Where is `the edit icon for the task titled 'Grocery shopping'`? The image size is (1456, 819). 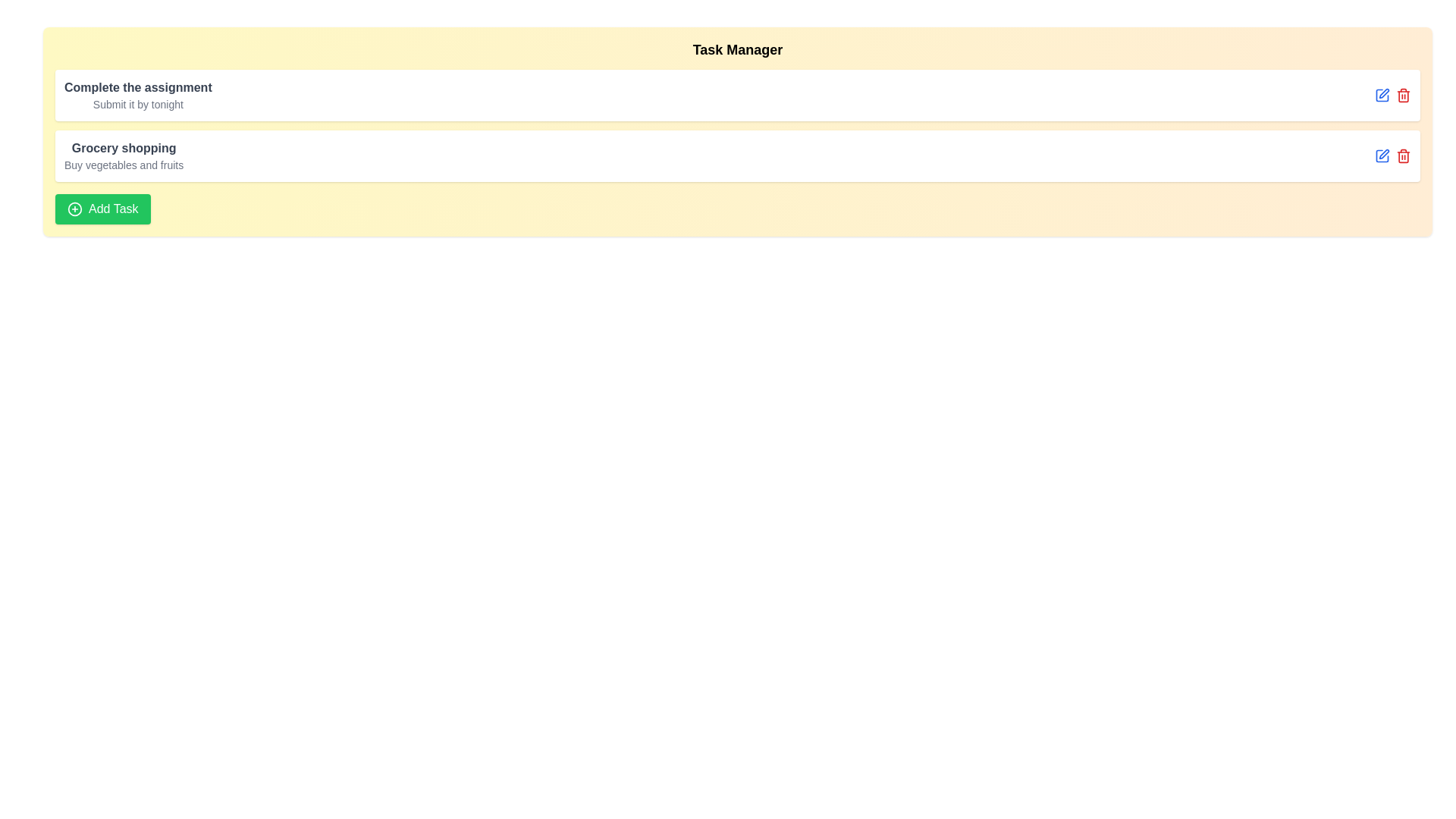
the edit icon for the task titled 'Grocery shopping' is located at coordinates (1382, 155).